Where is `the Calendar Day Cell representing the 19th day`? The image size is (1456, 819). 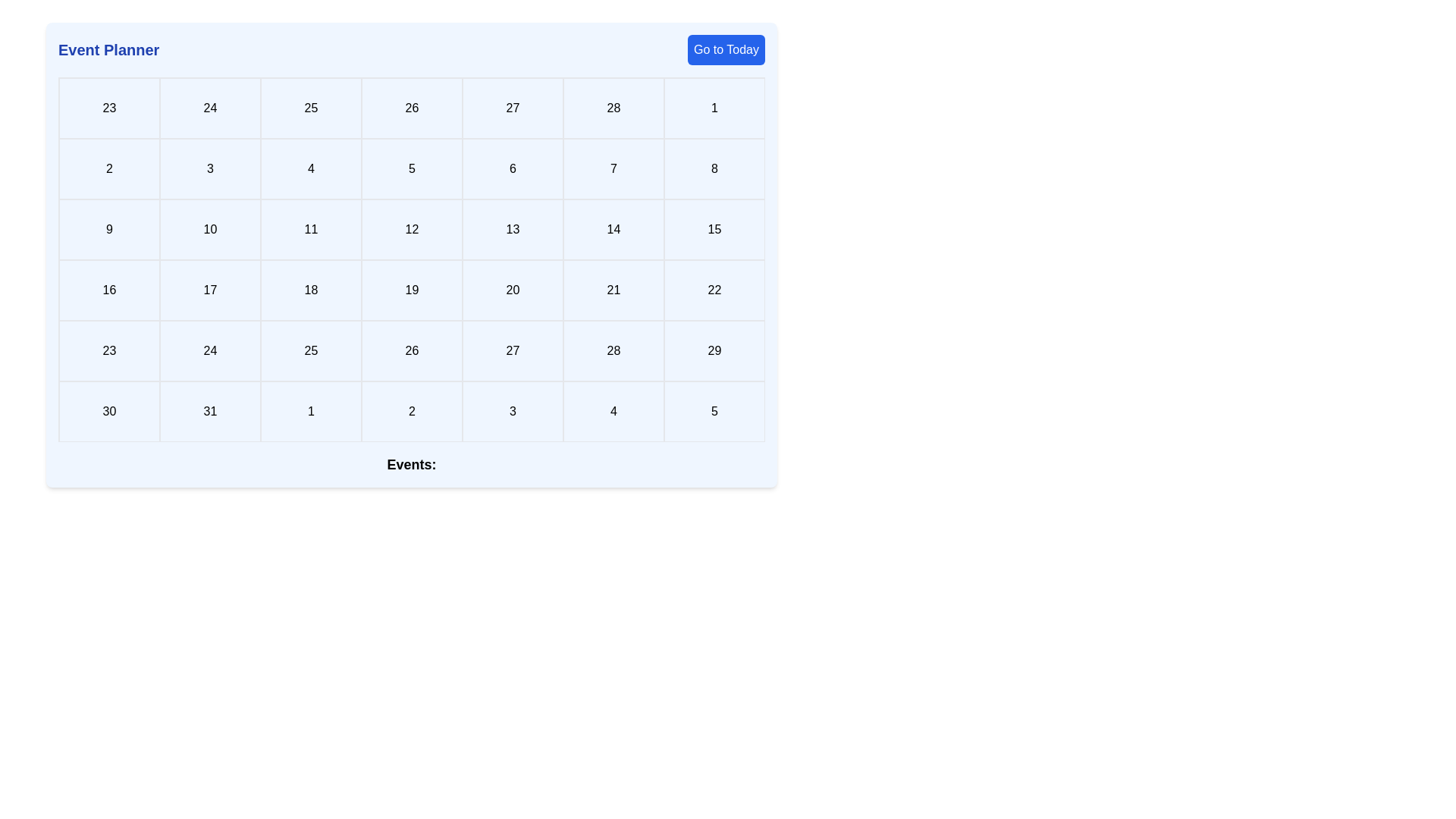 the Calendar Day Cell representing the 19th day is located at coordinates (412, 290).